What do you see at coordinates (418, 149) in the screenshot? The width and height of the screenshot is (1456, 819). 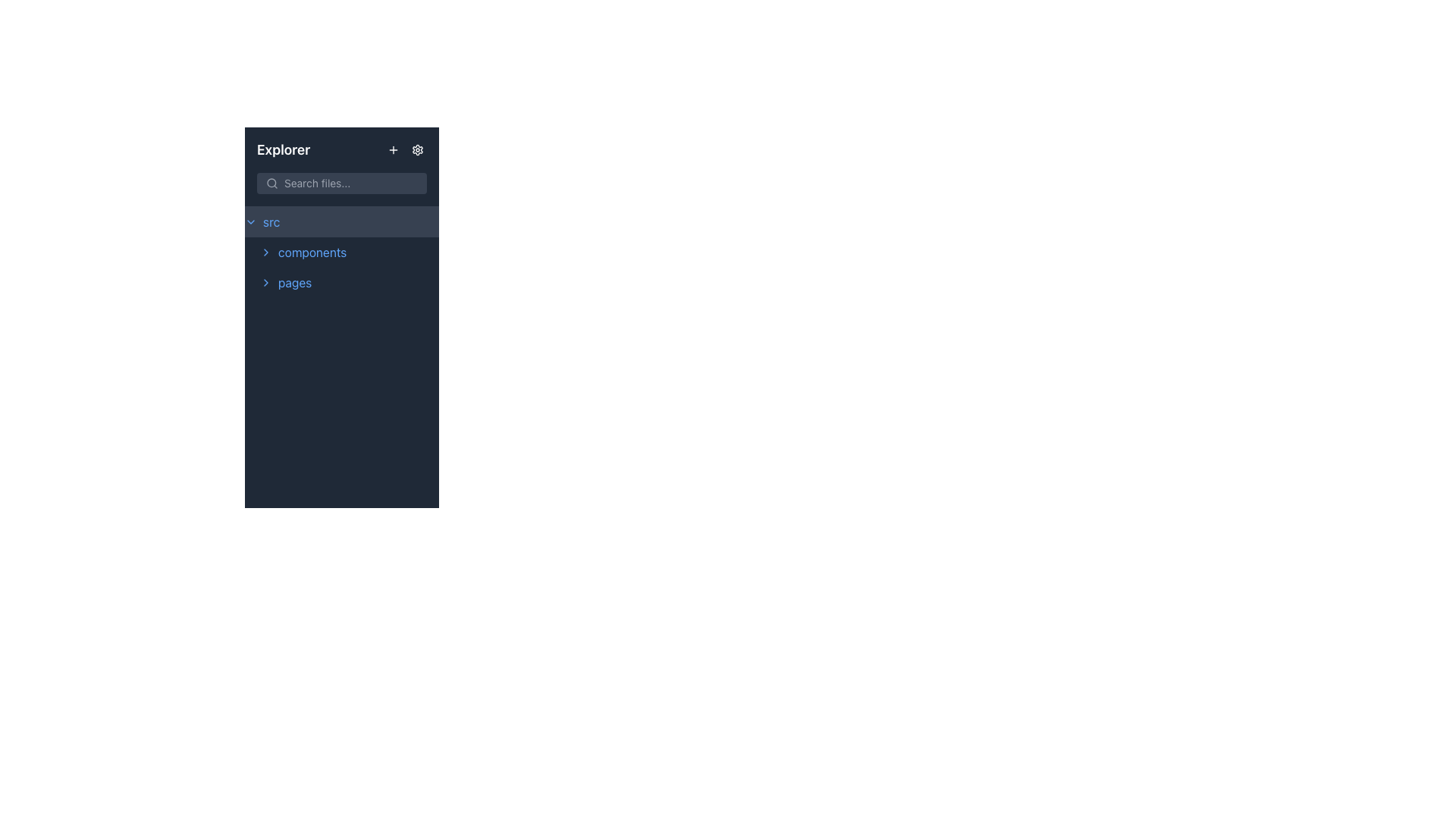 I see `the cogwheel icon located at the top-right corner of the Explorer panel` at bounding box center [418, 149].